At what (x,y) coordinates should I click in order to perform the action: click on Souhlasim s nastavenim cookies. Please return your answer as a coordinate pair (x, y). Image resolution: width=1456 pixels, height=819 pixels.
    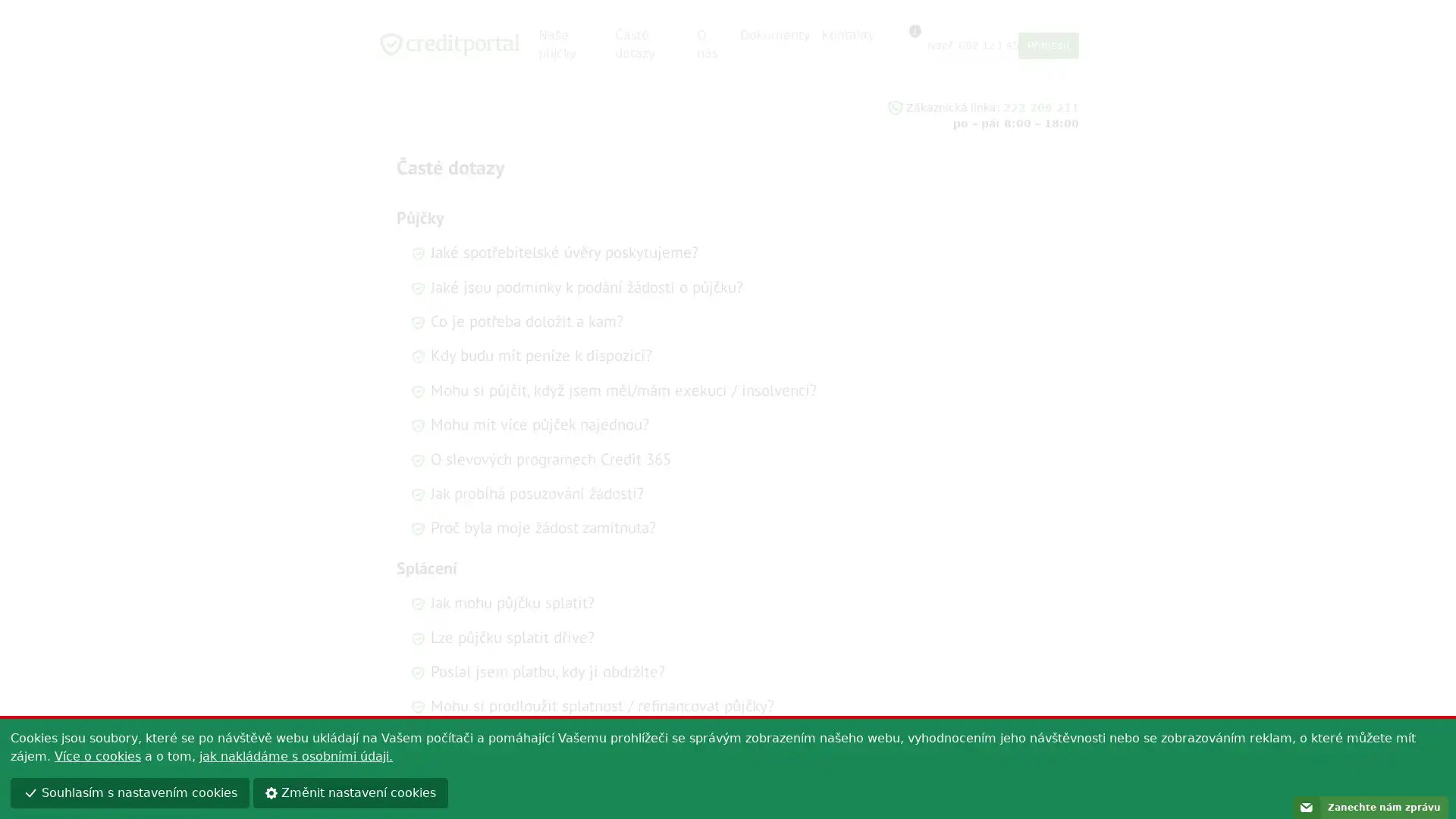
    Looking at the image, I should click on (130, 792).